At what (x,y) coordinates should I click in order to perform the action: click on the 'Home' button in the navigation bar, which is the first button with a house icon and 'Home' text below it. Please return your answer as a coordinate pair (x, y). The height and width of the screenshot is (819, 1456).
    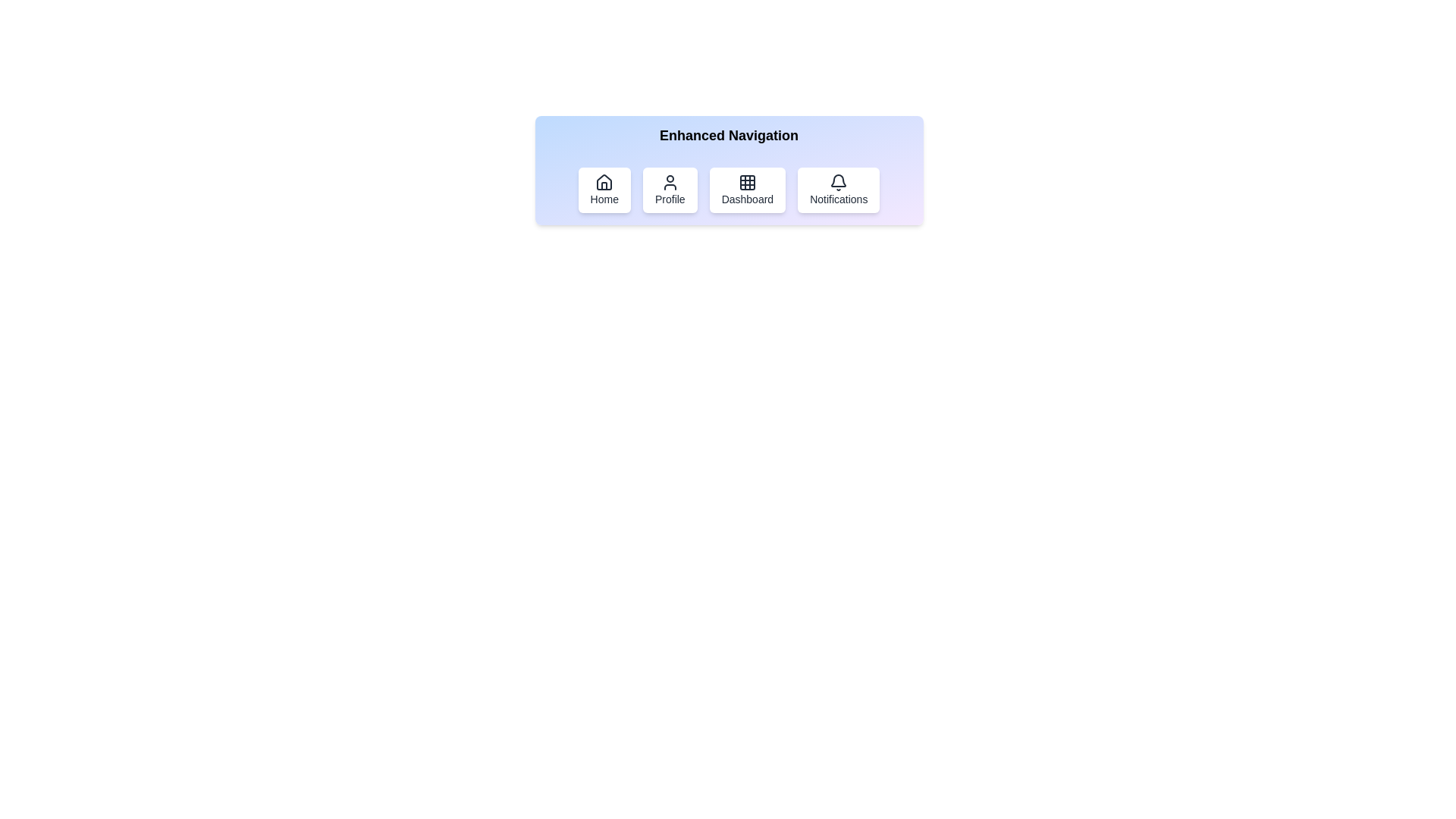
    Looking at the image, I should click on (604, 189).